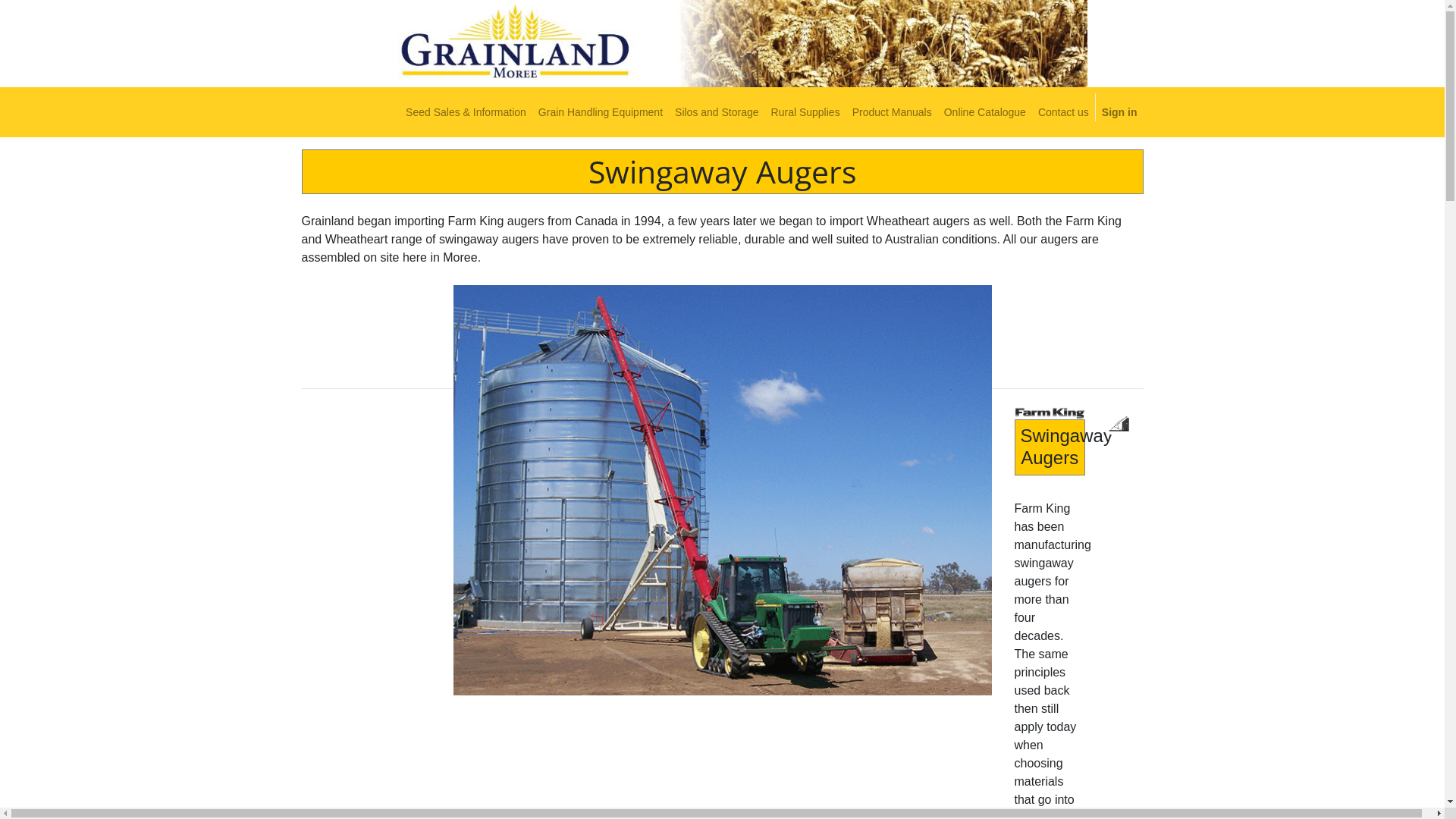  What do you see at coordinates (716, 111) in the screenshot?
I see `'Silos and Storage'` at bounding box center [716, 111].